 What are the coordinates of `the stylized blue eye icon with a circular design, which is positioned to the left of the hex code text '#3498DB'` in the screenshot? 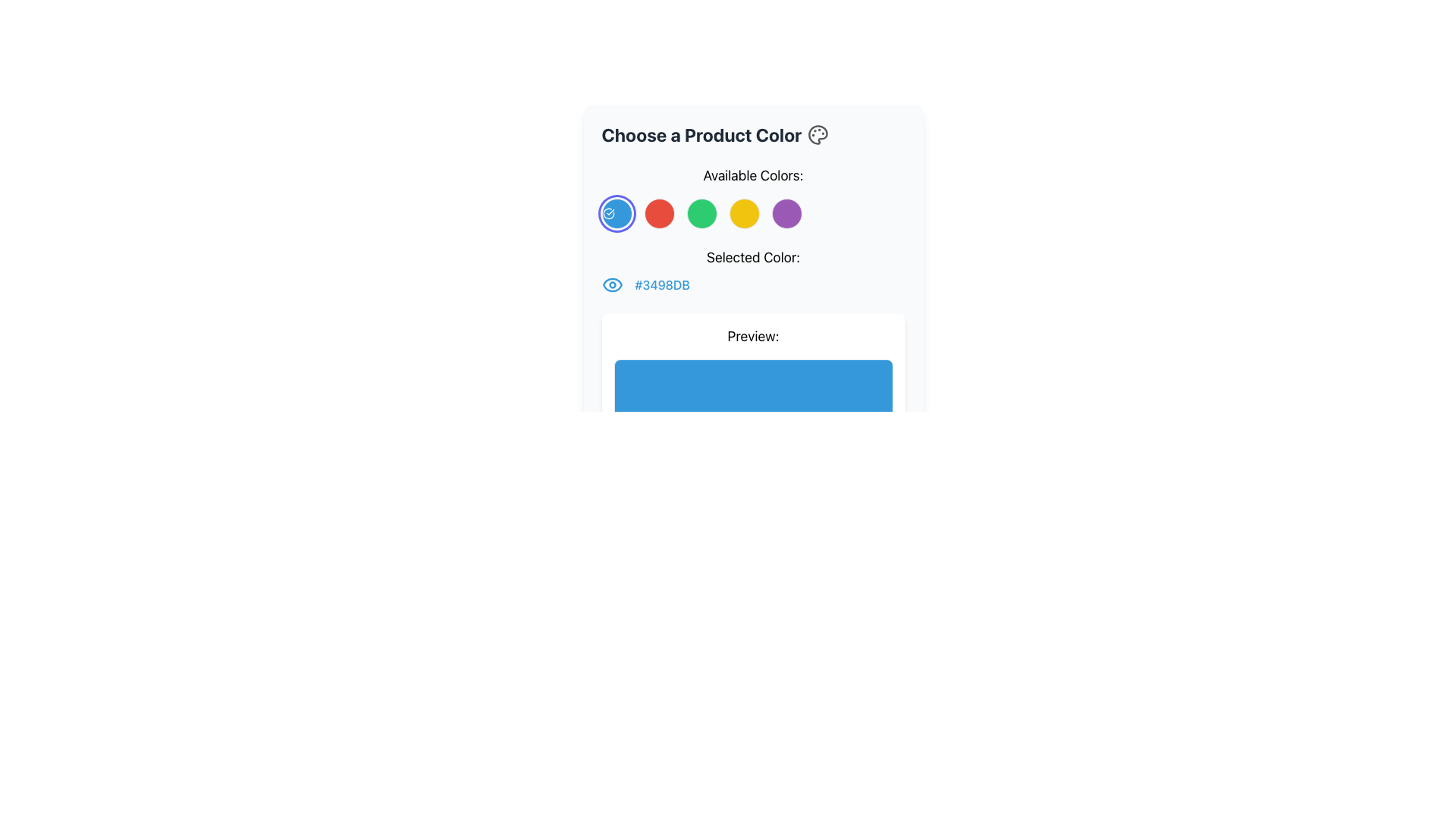 It's located at (612, 284).